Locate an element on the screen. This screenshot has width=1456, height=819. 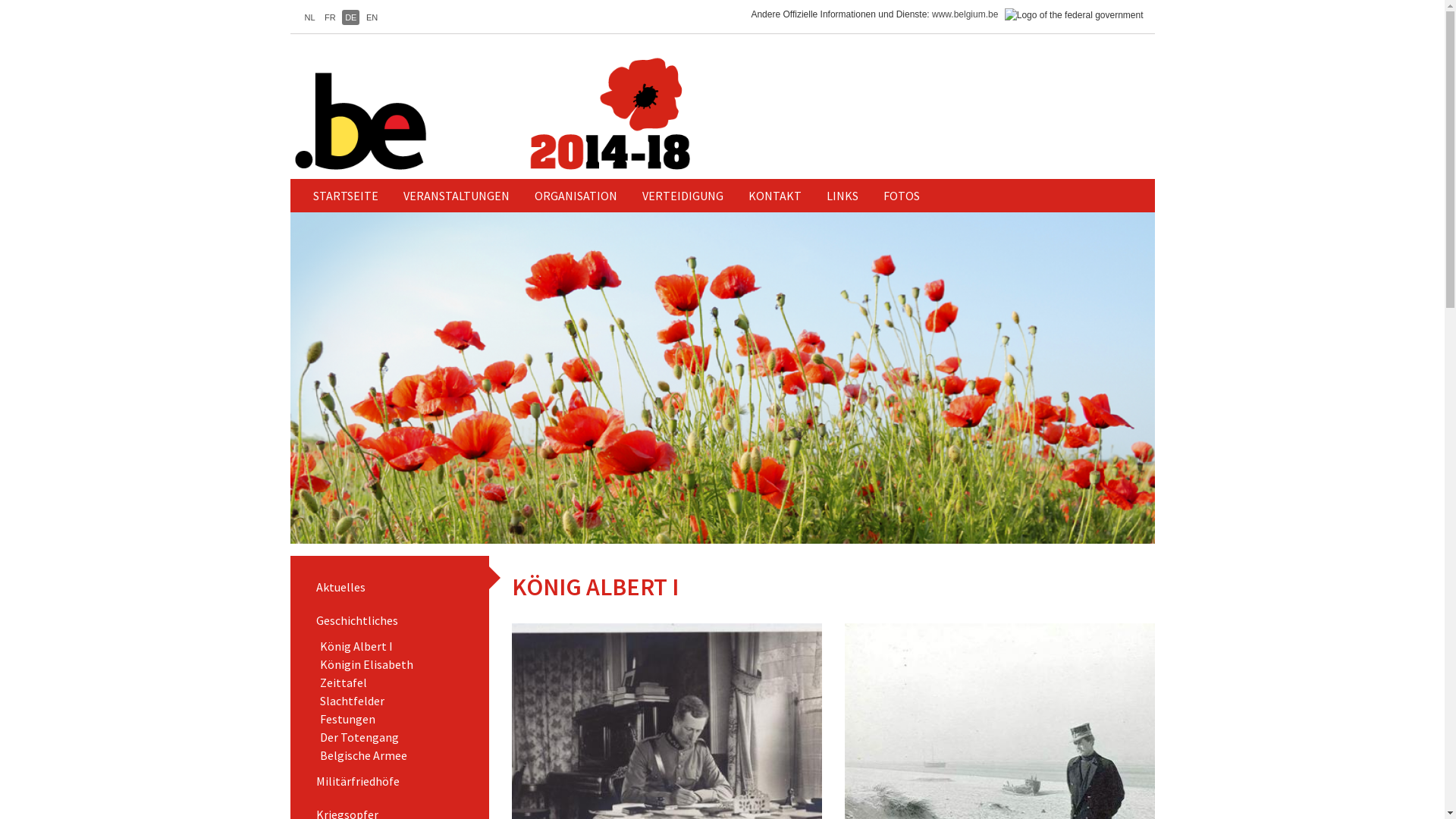
'Skip to main content' is located at coordinates (0, 0).